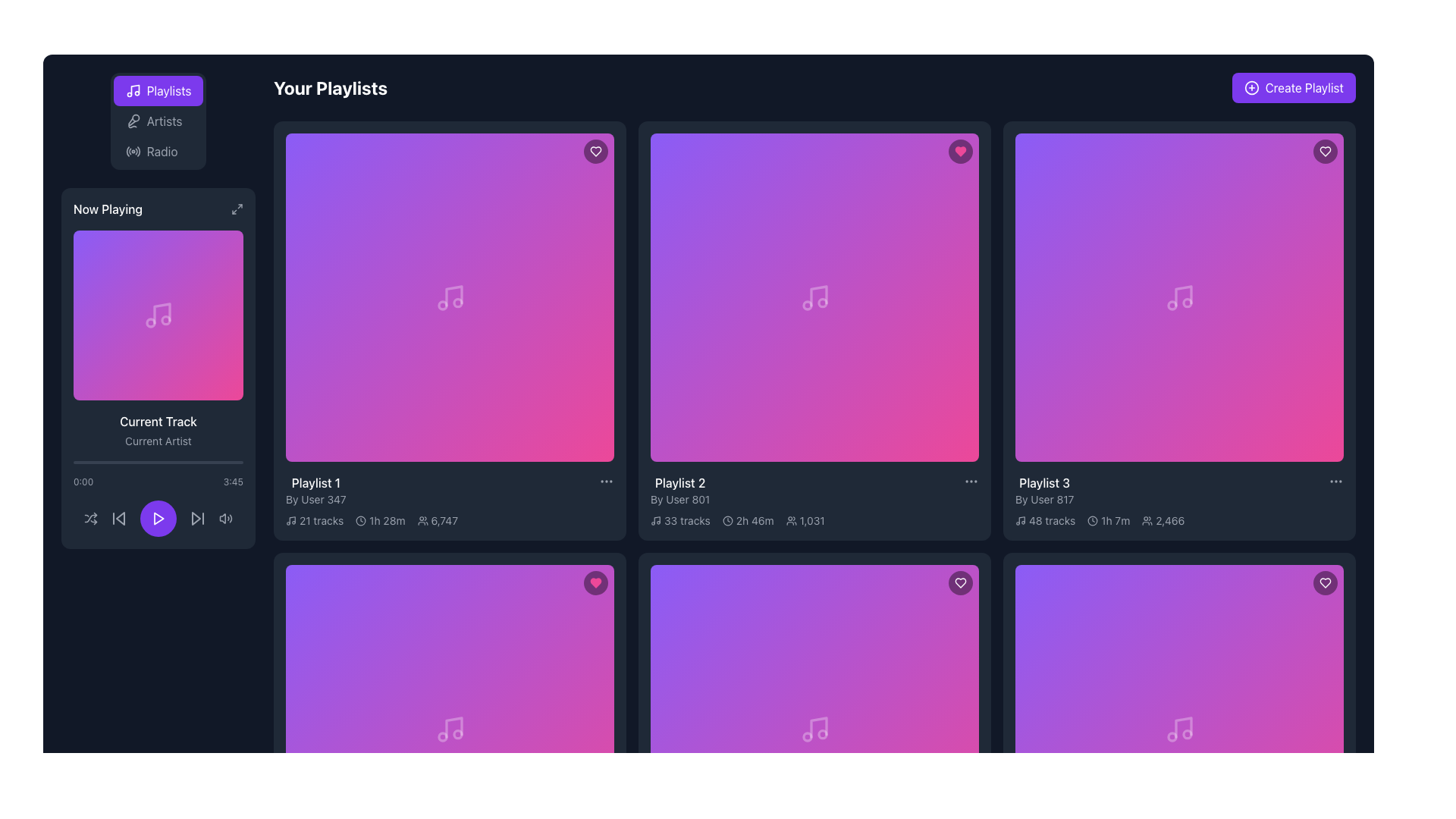 The height and width of the screenshot is (819, 1456). Describe the element at coordinates (158, 517) in the screenshot. I see `the circular violet button with a white triangular play symbol` at that location.